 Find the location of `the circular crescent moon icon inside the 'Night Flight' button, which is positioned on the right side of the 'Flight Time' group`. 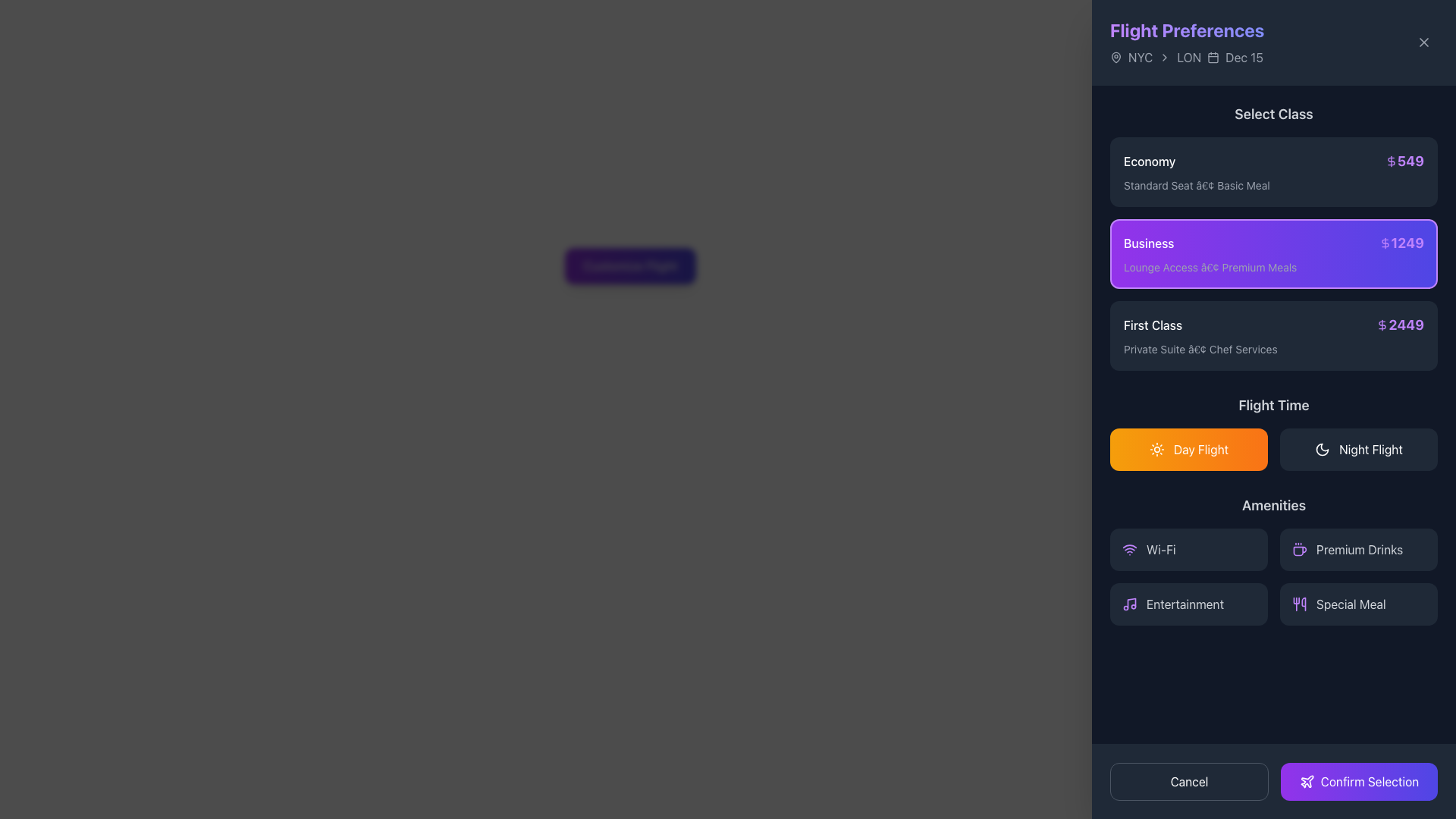

the circular crescent moon icon inside the 'Night Flight' button, which is positioned on the right side of the 'Flight Time' group is located at coordinates (1322, 449).